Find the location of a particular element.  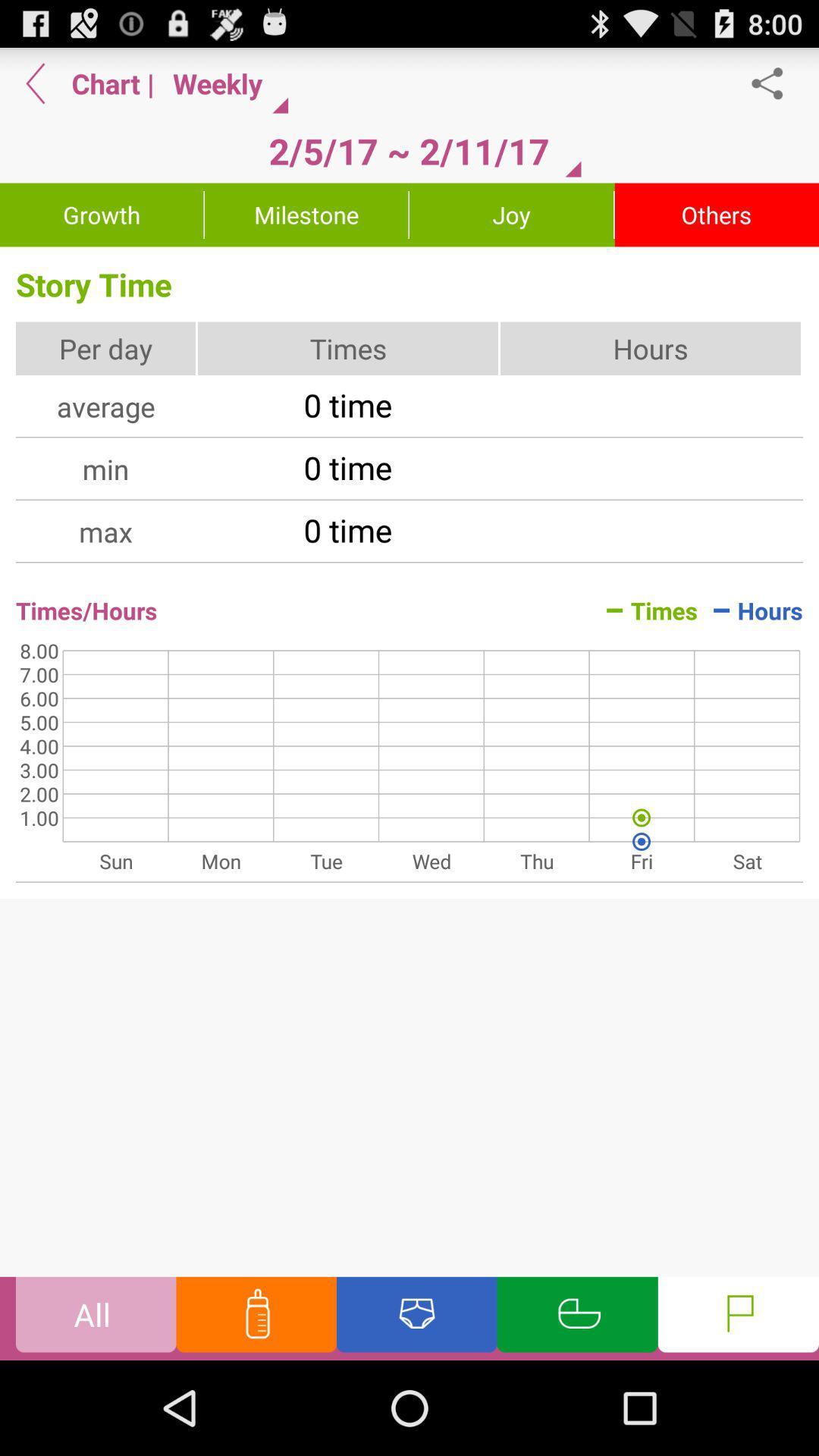

the weekly button is located at coordinates (224, 83).